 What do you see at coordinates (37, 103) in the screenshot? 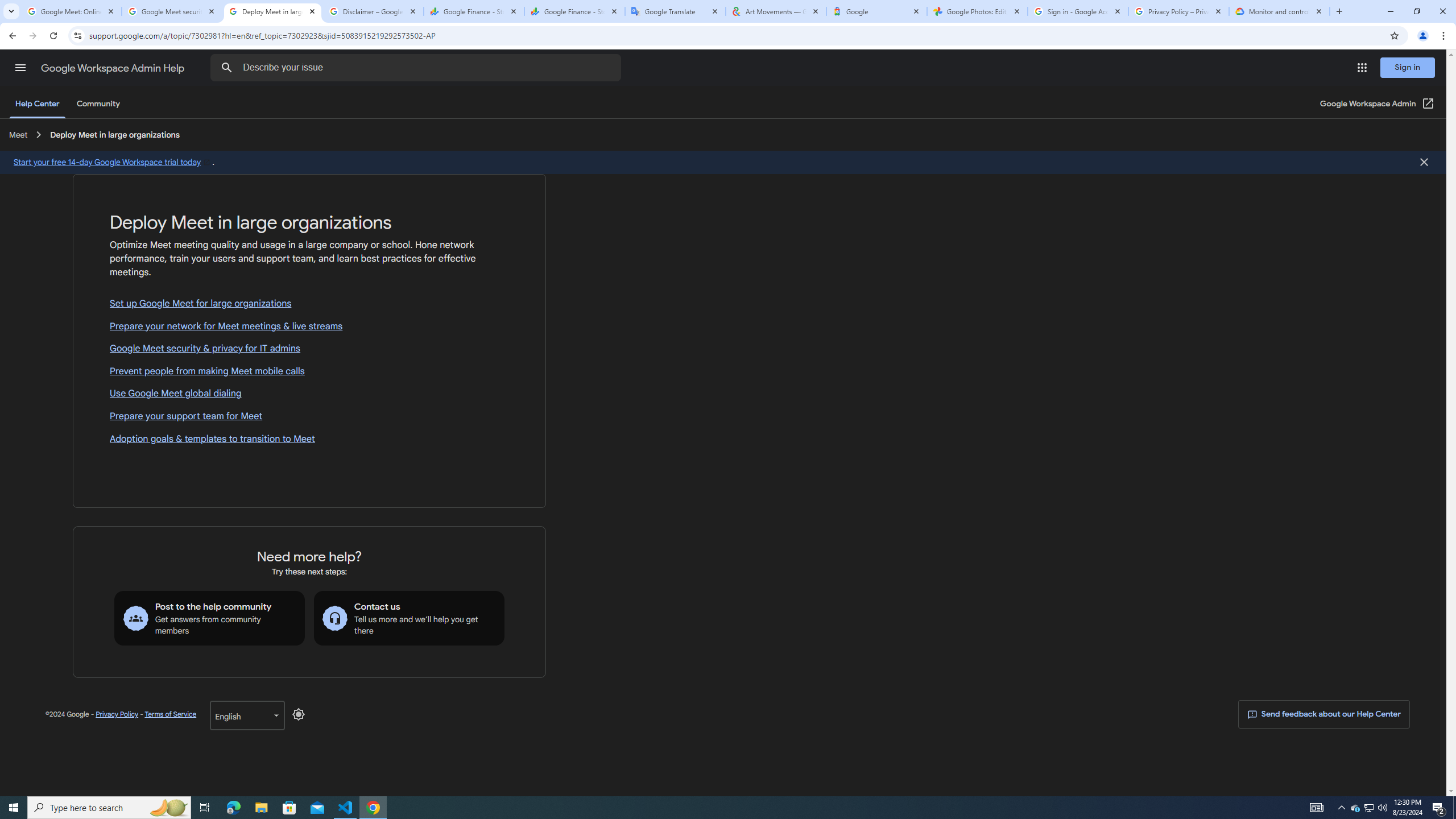
I see `'Help Center'` at bounding box center [37, 103].